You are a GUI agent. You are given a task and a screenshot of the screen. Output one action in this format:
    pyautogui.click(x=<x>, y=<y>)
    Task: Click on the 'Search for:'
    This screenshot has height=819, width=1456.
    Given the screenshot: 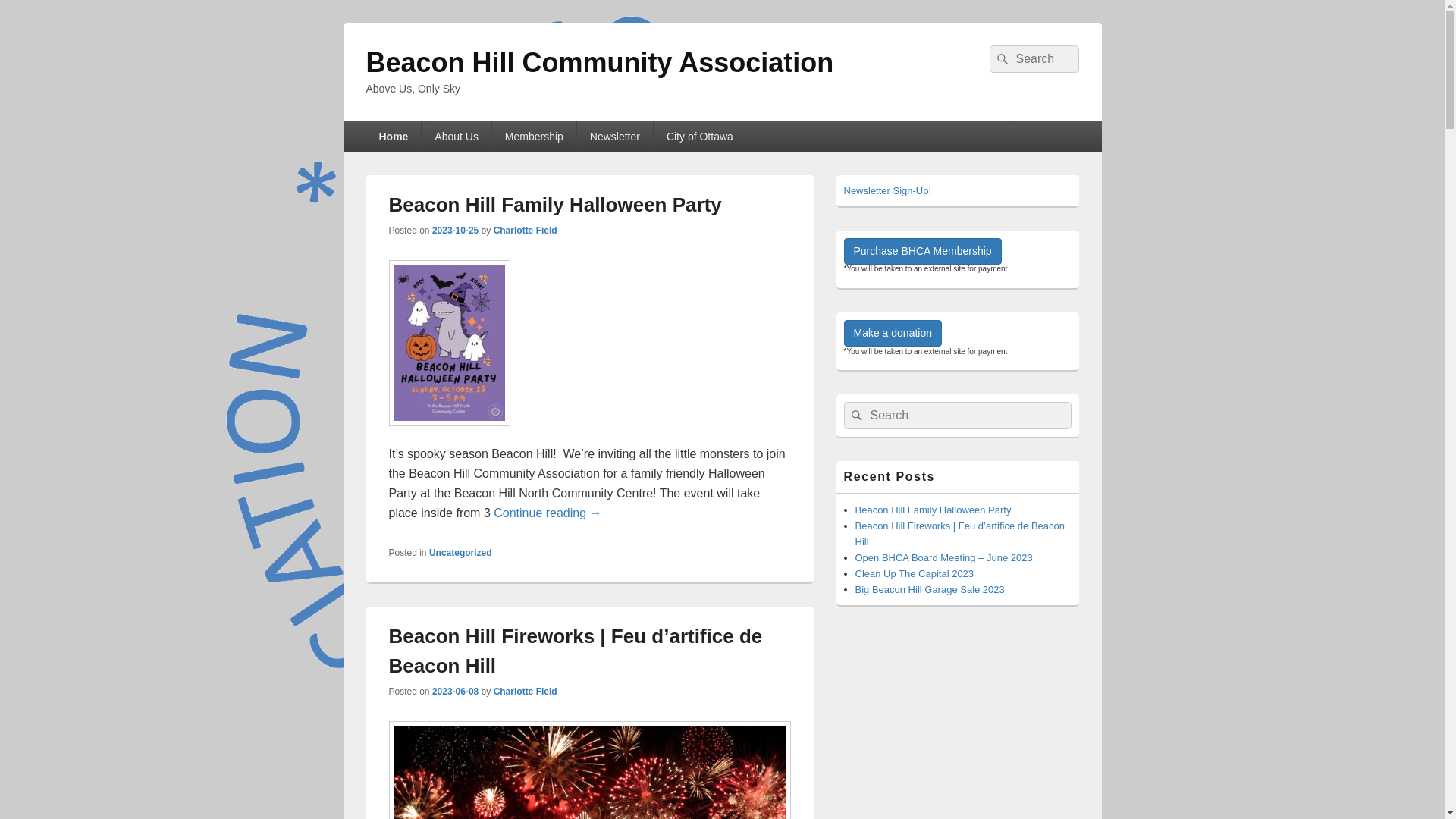 What is the action you would take?
    pyautogui.click(x=956, y=415)
    